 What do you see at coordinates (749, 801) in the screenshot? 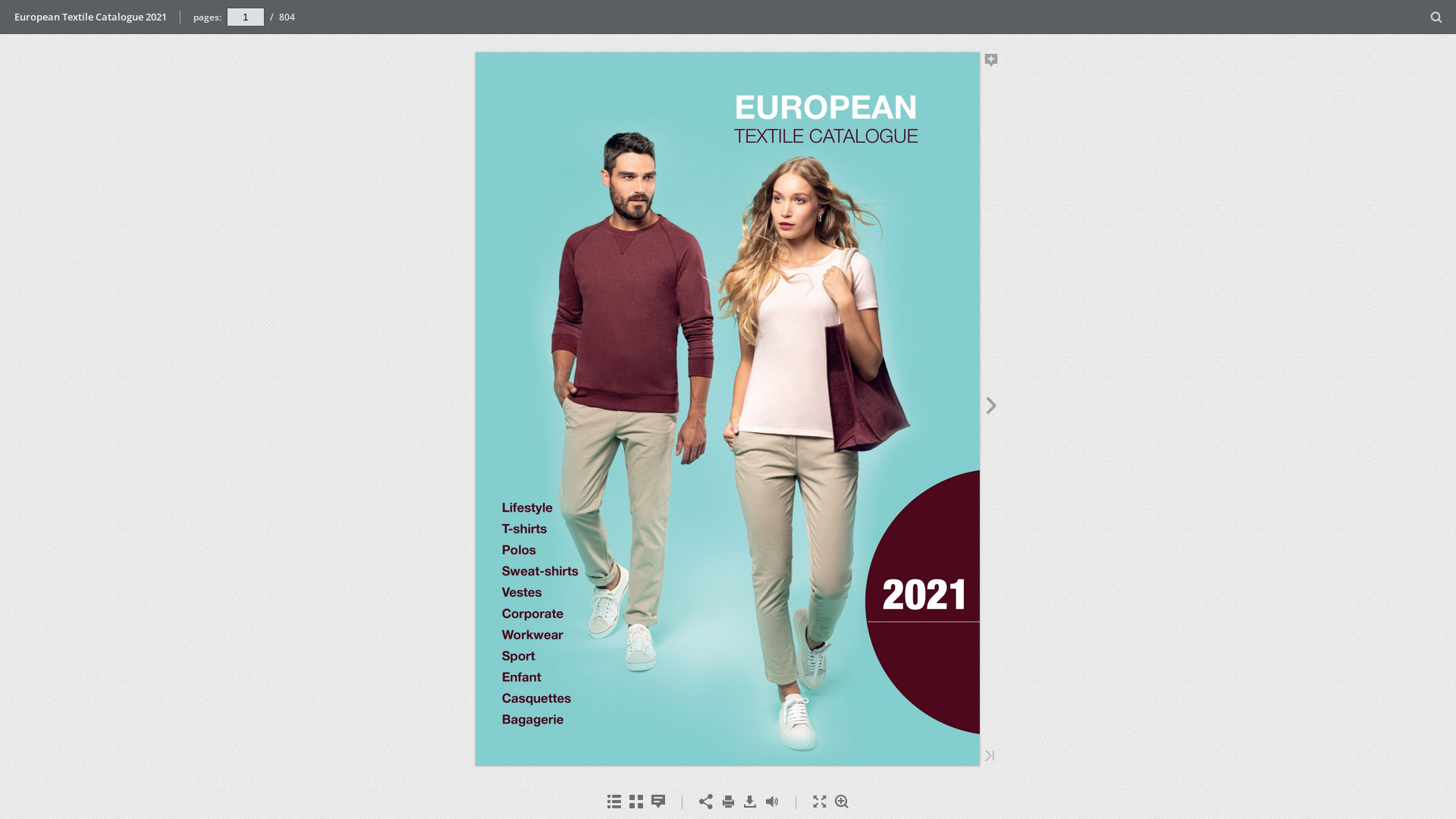
I see `'Download'` at bounding box center [749, 801].